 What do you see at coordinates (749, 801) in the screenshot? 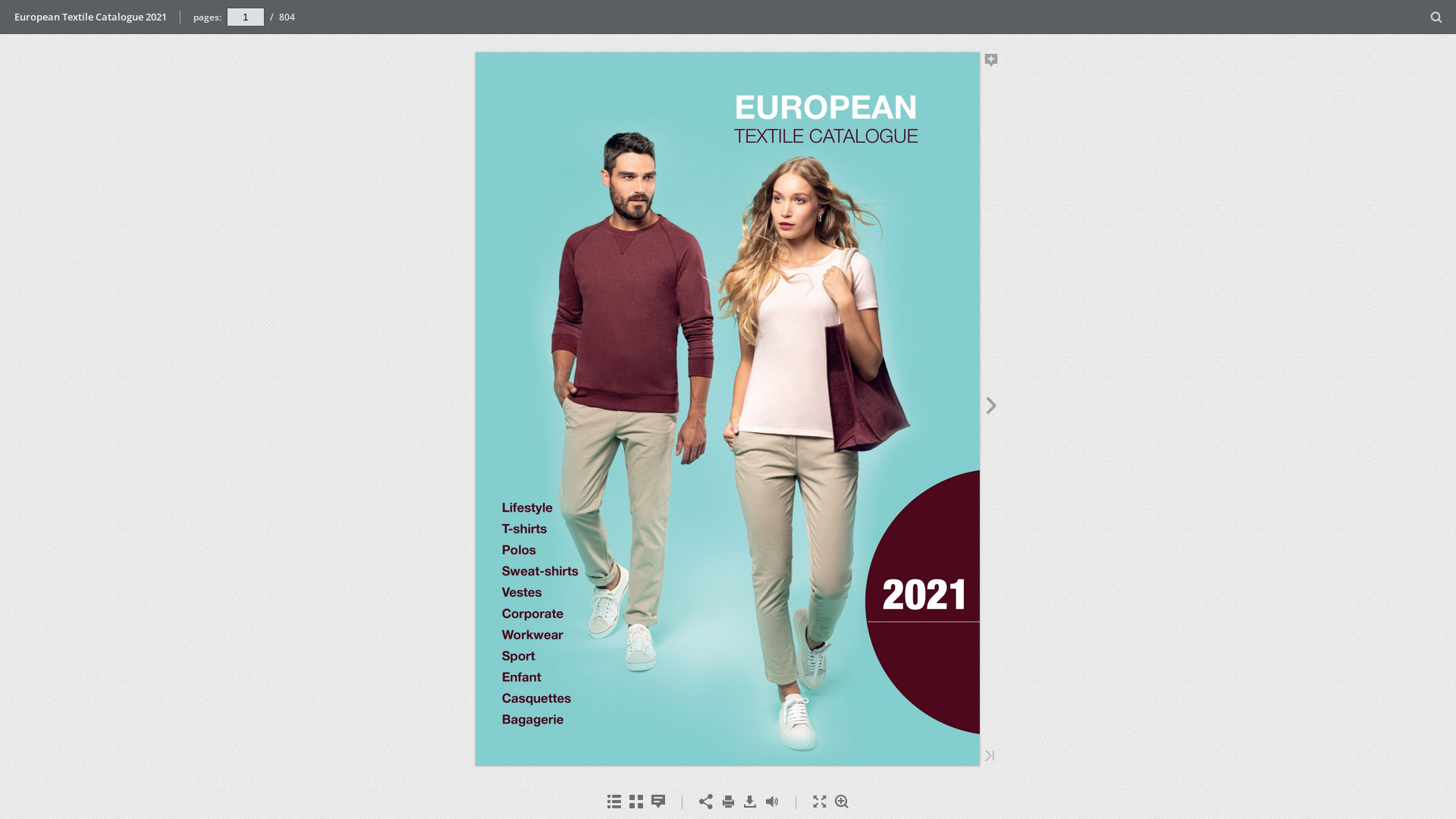
I see `'Download'` at bounding box center [749, 801].